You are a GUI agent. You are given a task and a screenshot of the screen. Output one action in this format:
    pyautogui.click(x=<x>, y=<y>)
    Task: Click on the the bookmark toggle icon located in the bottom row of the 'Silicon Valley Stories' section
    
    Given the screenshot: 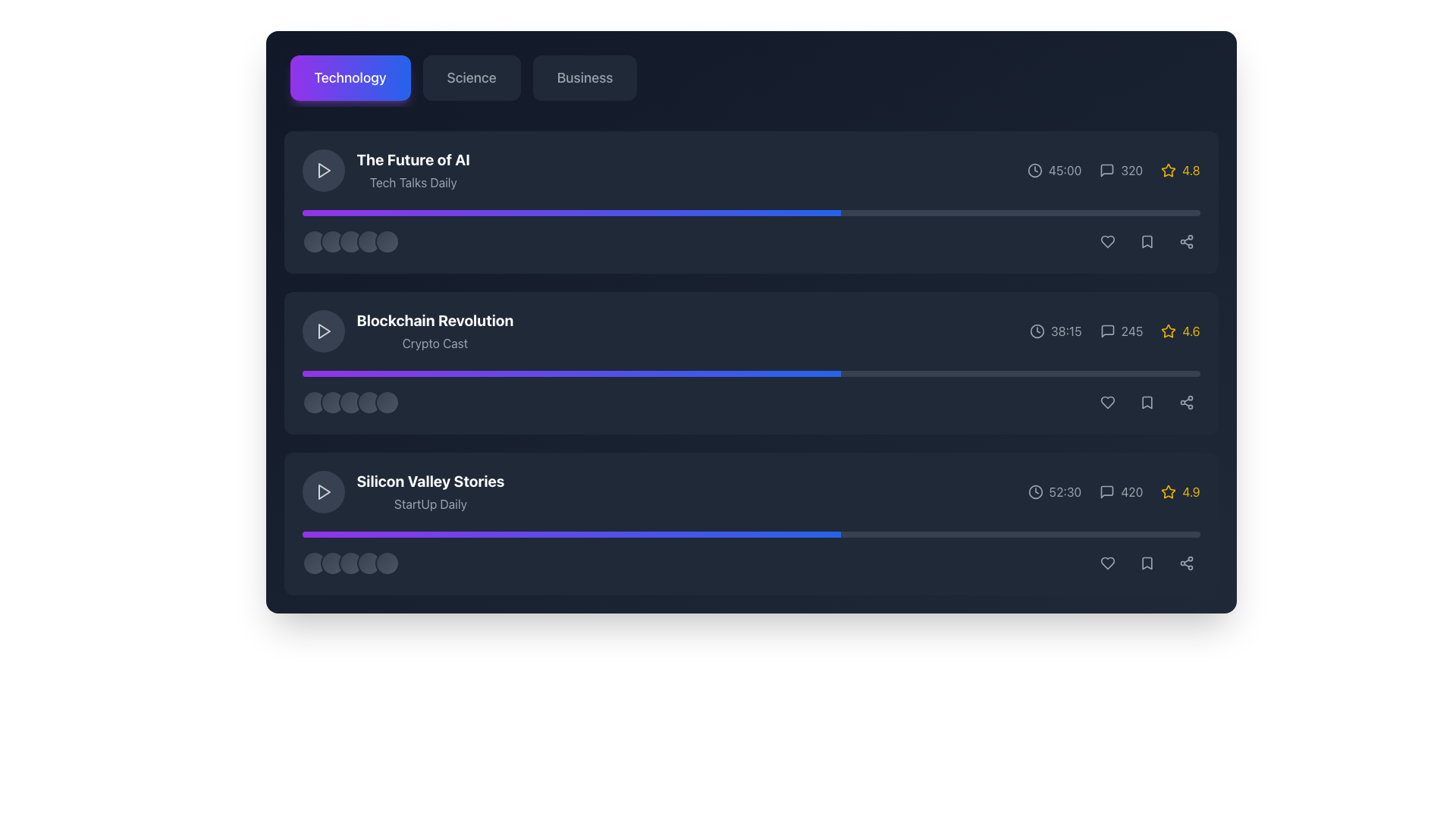 What is the action you would take?
    pyautogui.click(x=1147, y=402)
    